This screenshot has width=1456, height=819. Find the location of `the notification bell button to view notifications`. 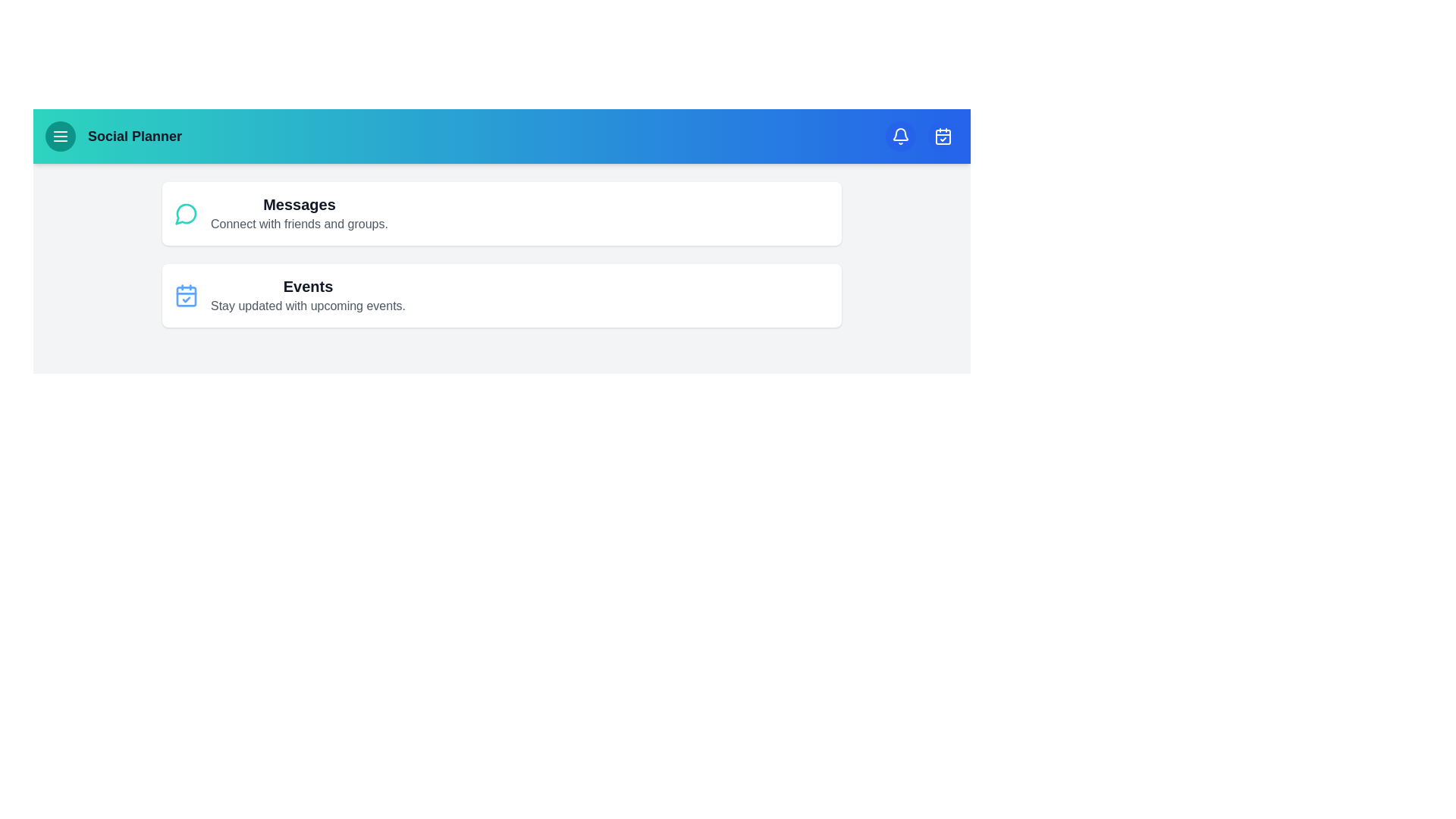

the notification bell button to view notifications is located at coordinates (901, 136).